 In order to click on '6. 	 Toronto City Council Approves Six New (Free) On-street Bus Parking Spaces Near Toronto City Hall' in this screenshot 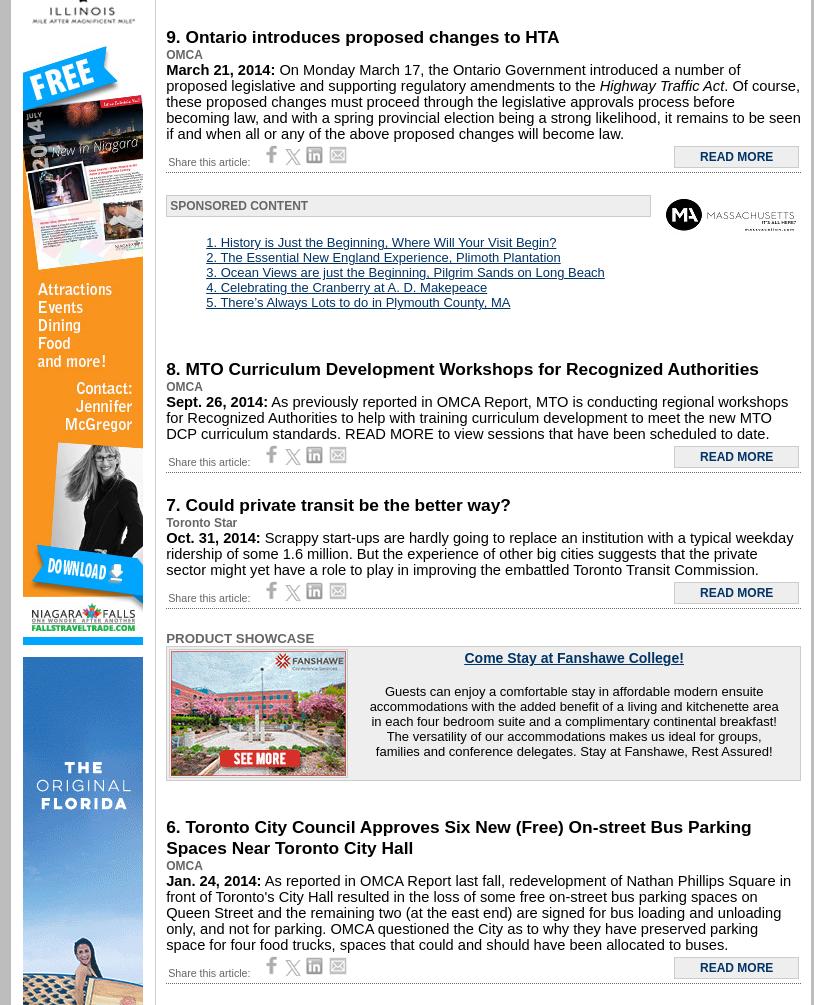, I will do `click(457, 837)`.